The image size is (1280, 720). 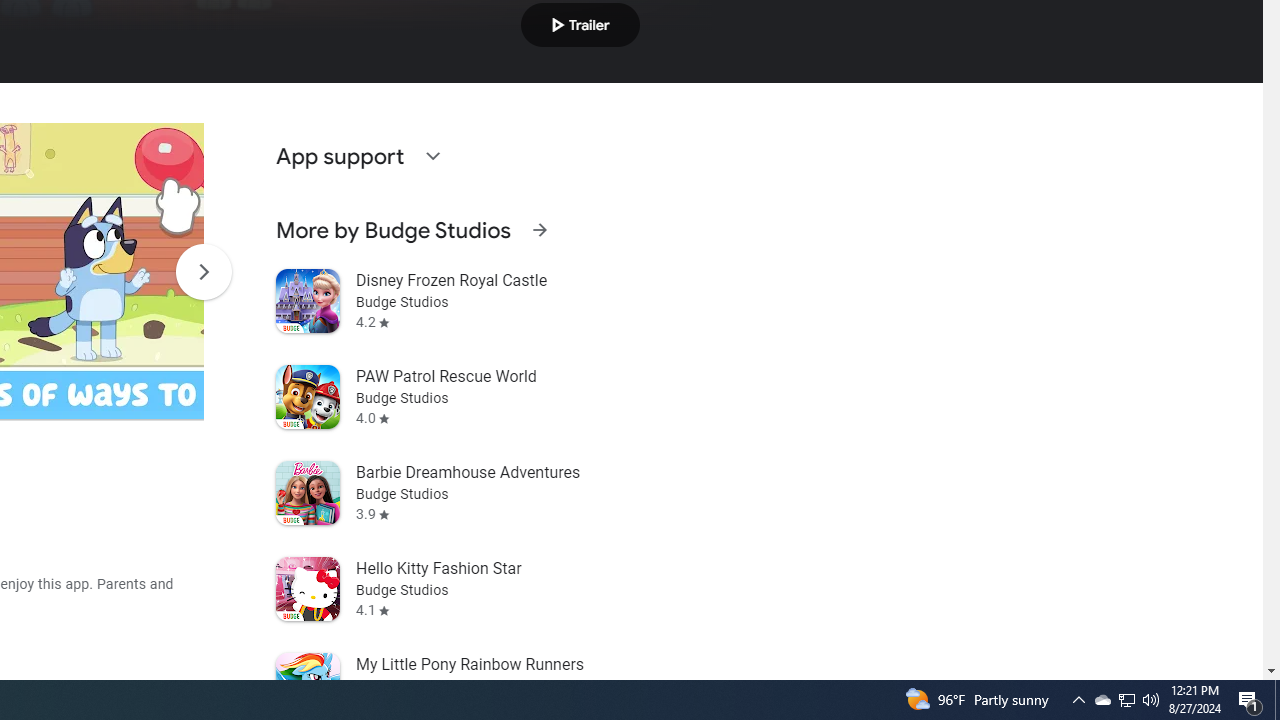 I want to click on 'Play trailer', so click(x=579, y=24).